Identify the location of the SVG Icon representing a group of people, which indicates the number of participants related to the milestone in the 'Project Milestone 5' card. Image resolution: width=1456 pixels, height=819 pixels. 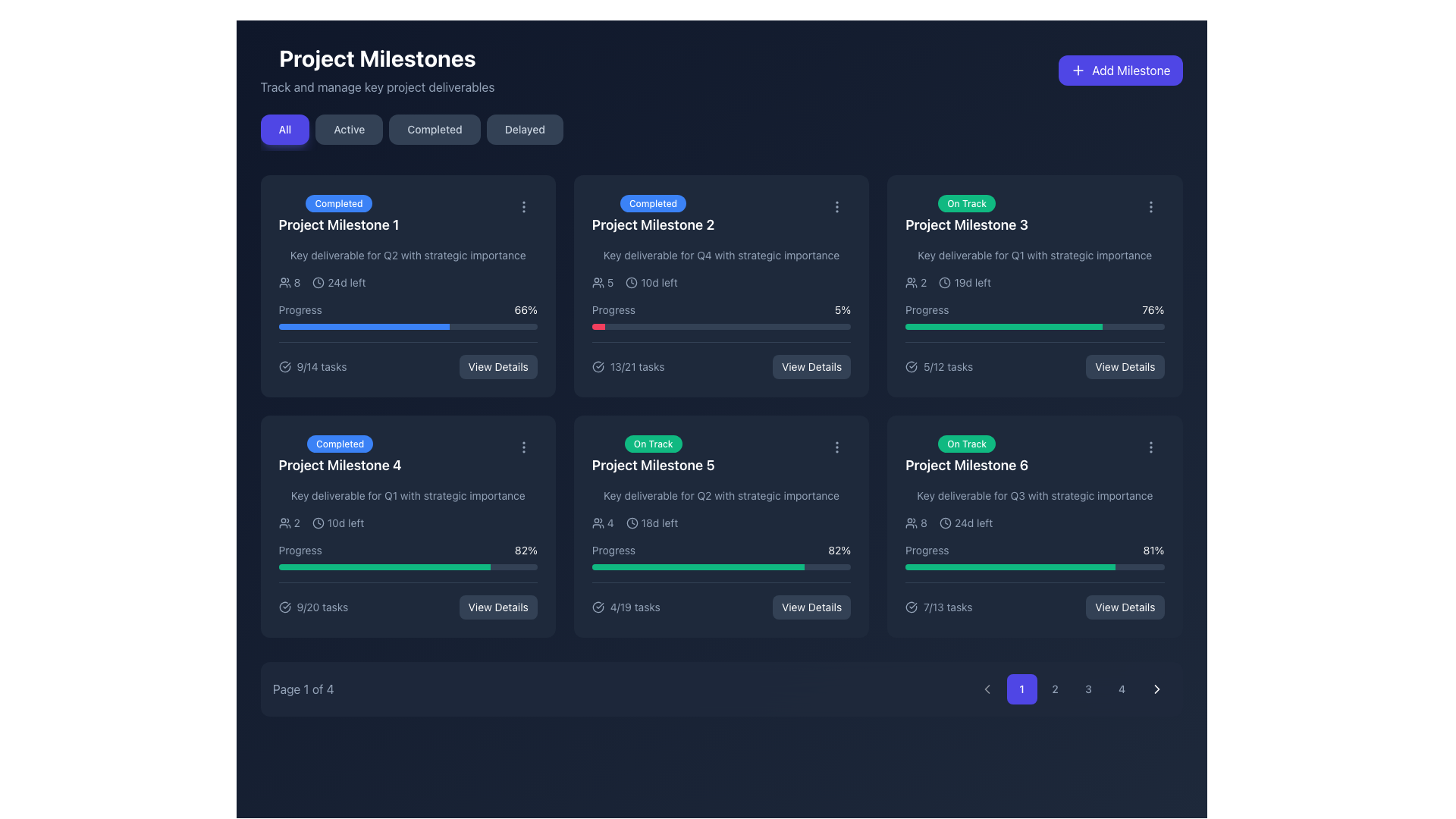
(597, 522).